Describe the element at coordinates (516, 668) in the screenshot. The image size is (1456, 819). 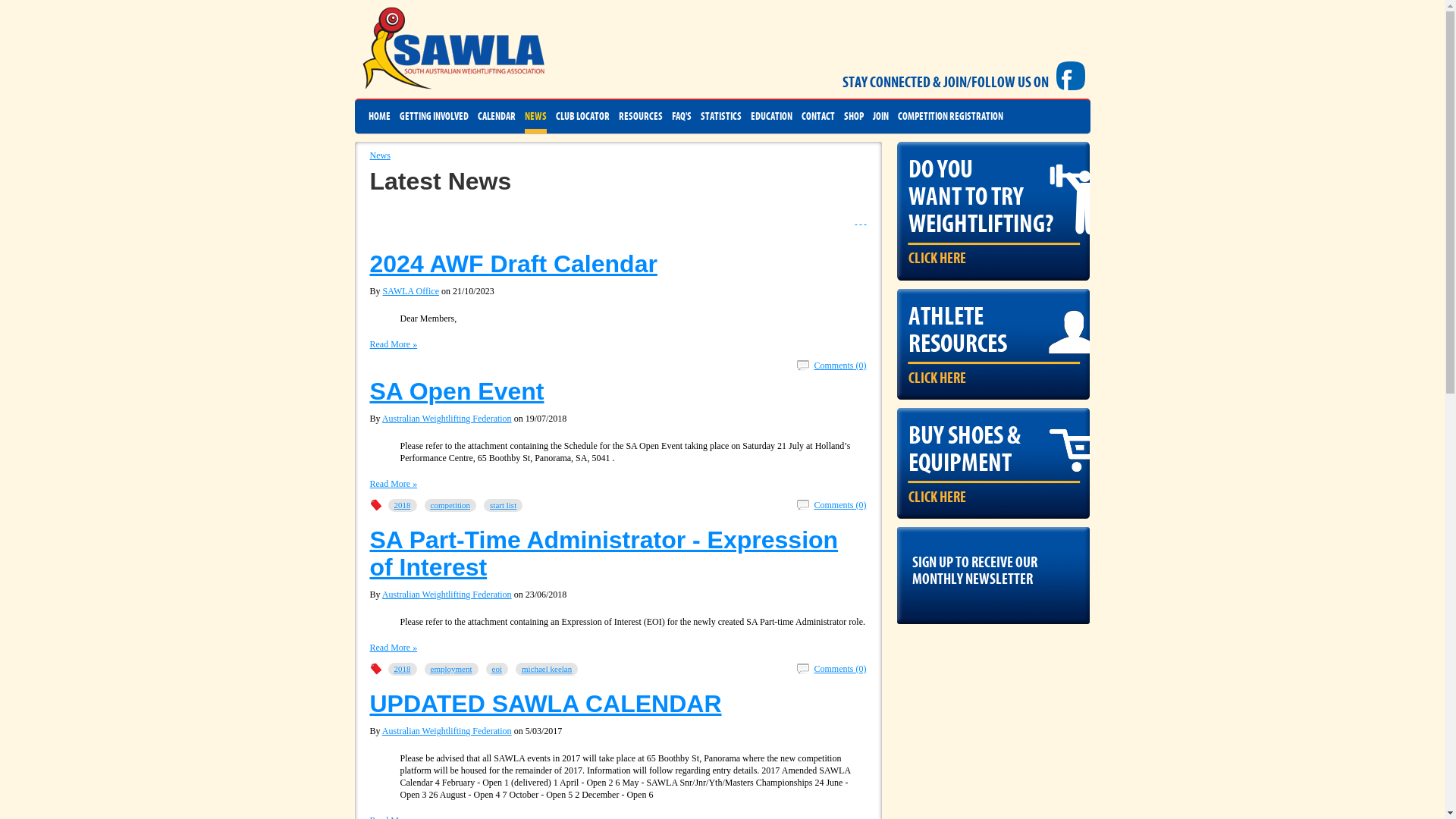
I see `'michael keelan'` at that location.